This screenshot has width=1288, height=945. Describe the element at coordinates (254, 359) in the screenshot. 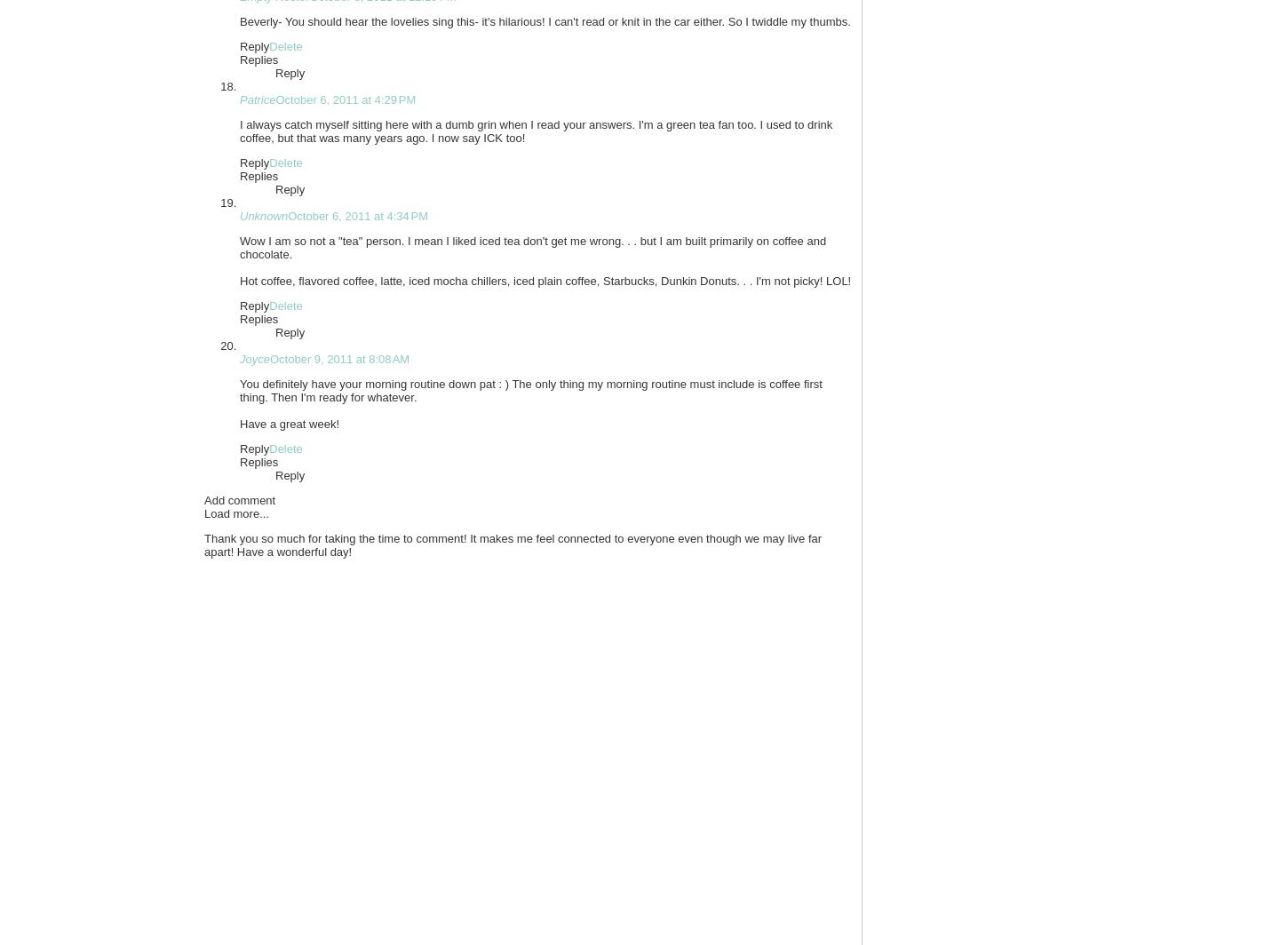

I see `'Joyce'` at that location.